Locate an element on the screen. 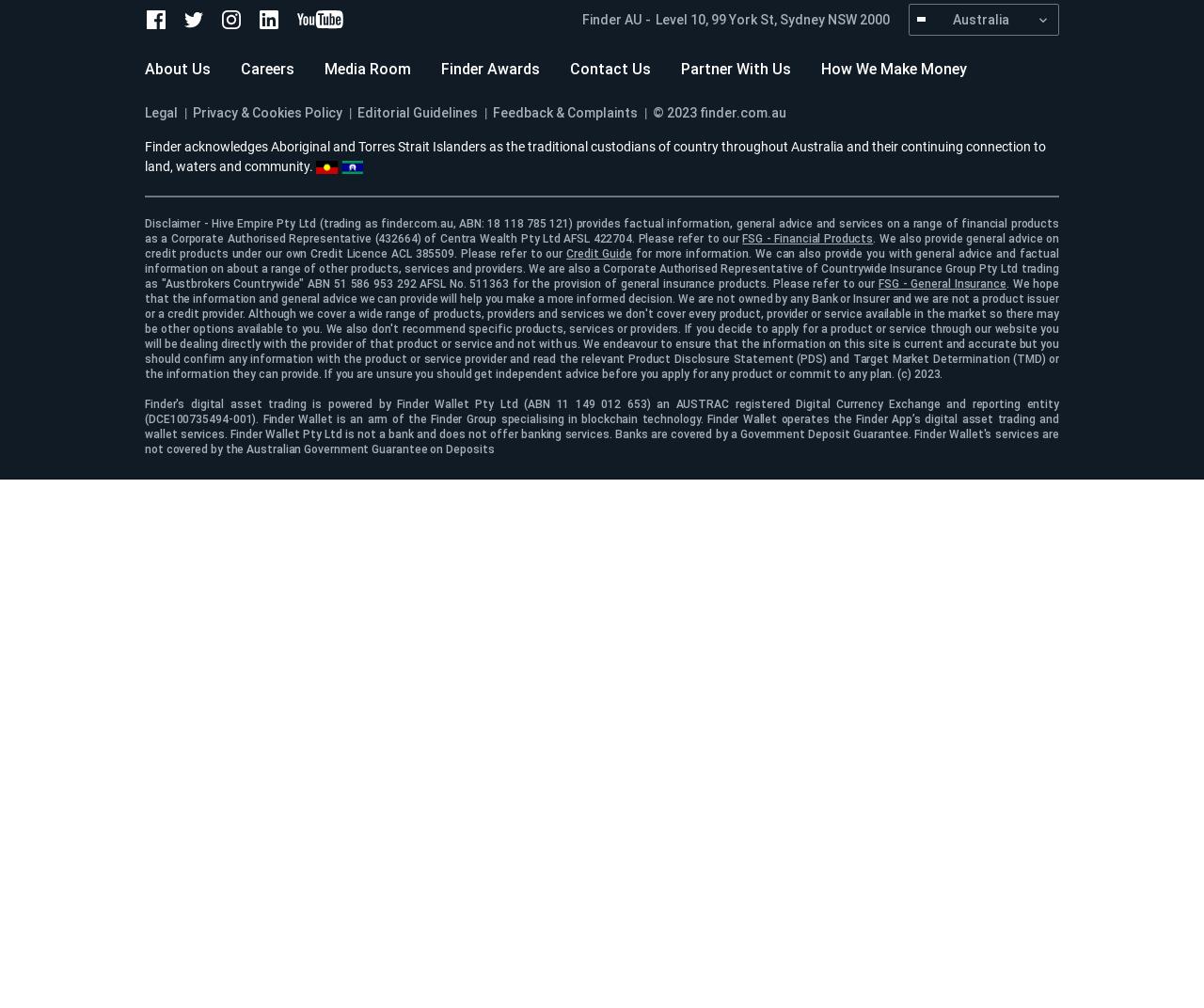 The image size is (1204, 1008). 'Finder AU' is located at coordinates (611, 18).